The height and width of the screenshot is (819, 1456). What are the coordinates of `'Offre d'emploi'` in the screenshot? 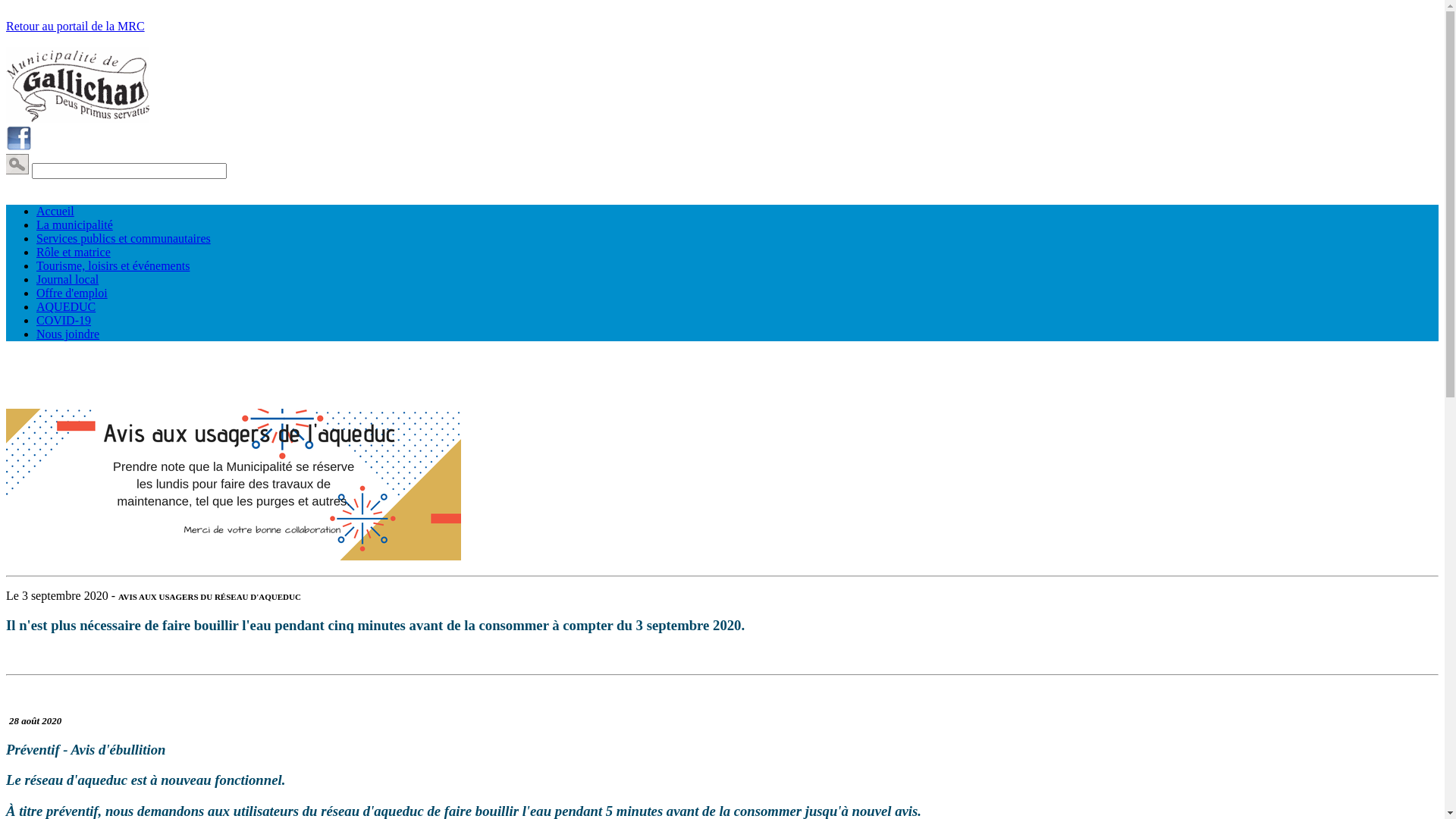 It's located at (71, 293).